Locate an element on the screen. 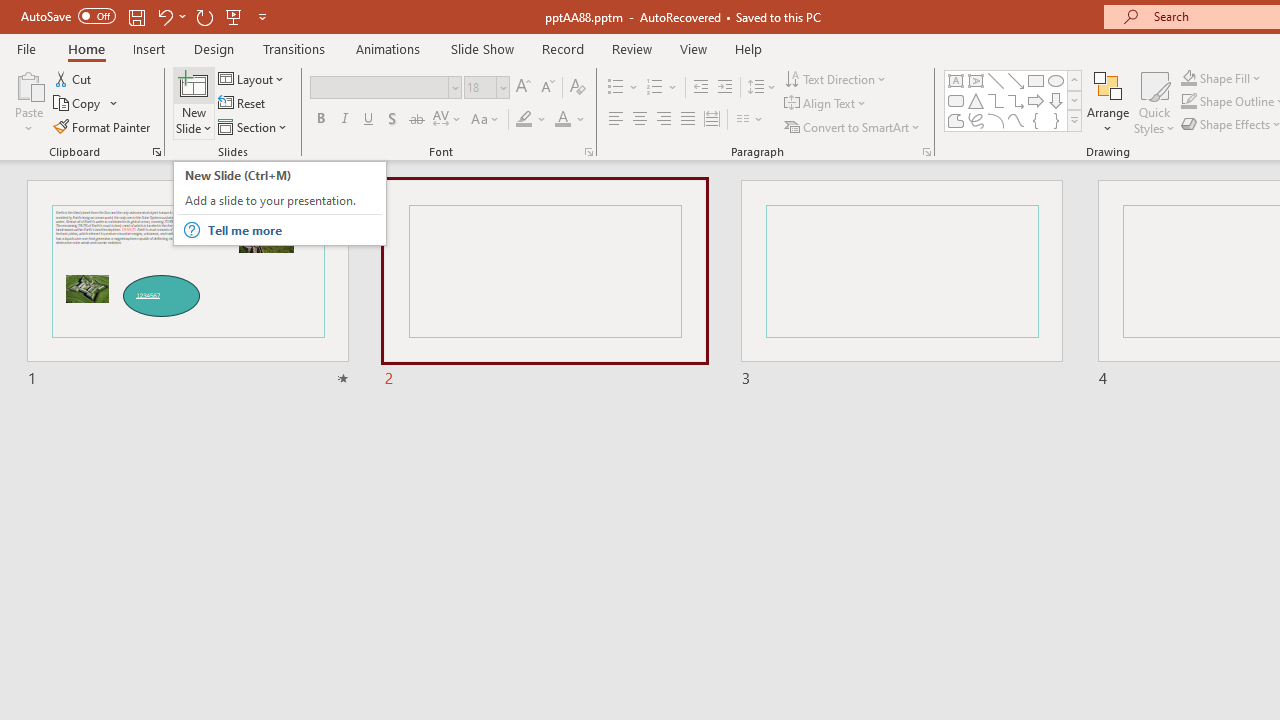  'Shape Fill' is located at coordinates (1220, 77).